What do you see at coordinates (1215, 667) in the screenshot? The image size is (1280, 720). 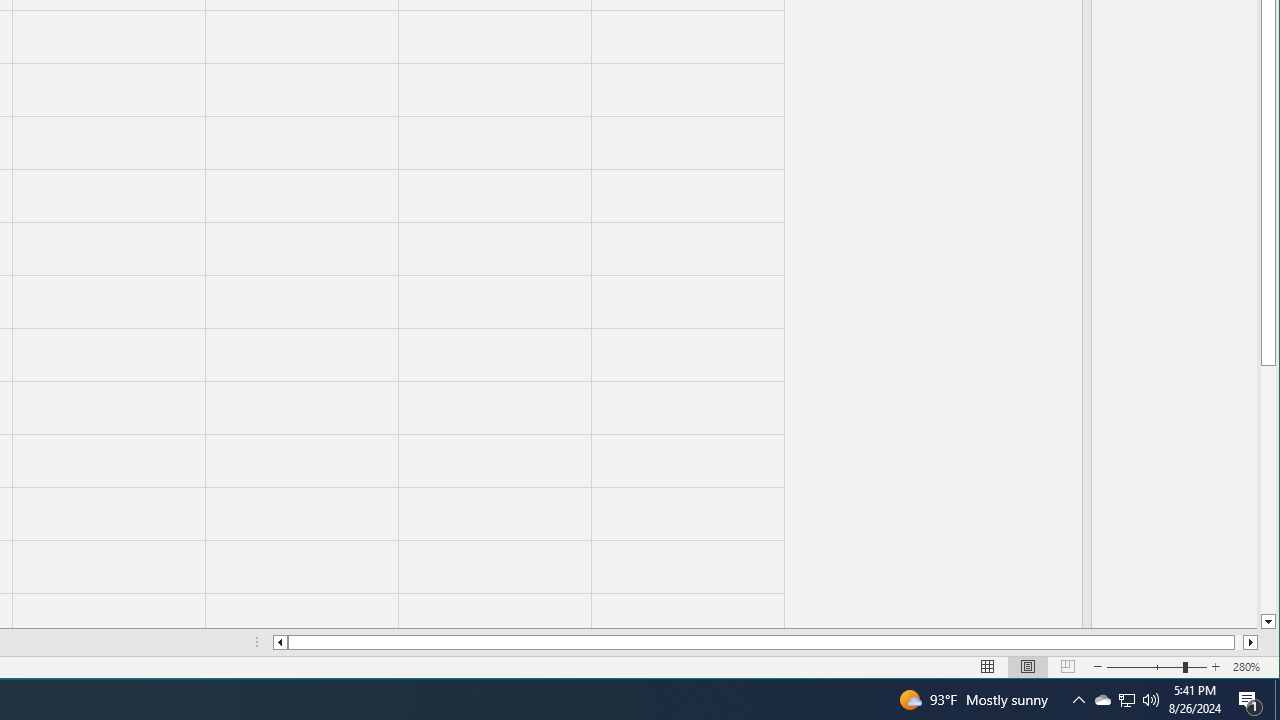 I see `'Zoom In'` at bounding box center [1215, 667].